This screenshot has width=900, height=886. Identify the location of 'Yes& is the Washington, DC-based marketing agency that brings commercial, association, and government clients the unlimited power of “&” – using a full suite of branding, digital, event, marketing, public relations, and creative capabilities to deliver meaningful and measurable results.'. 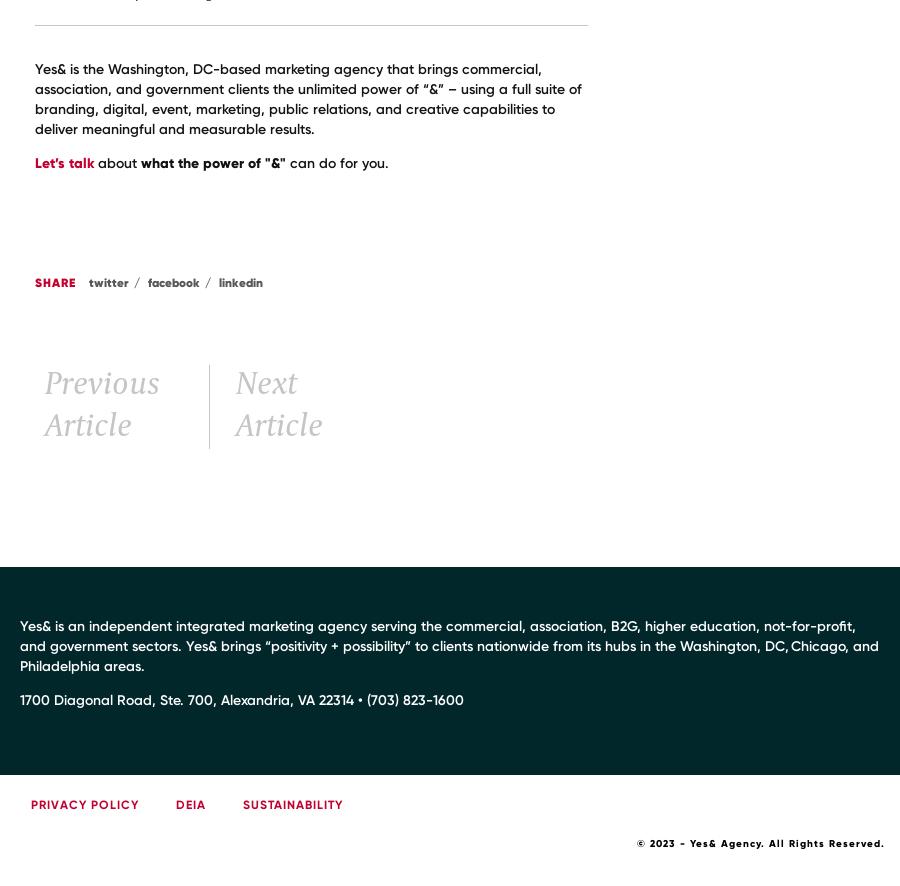
(307, 99).